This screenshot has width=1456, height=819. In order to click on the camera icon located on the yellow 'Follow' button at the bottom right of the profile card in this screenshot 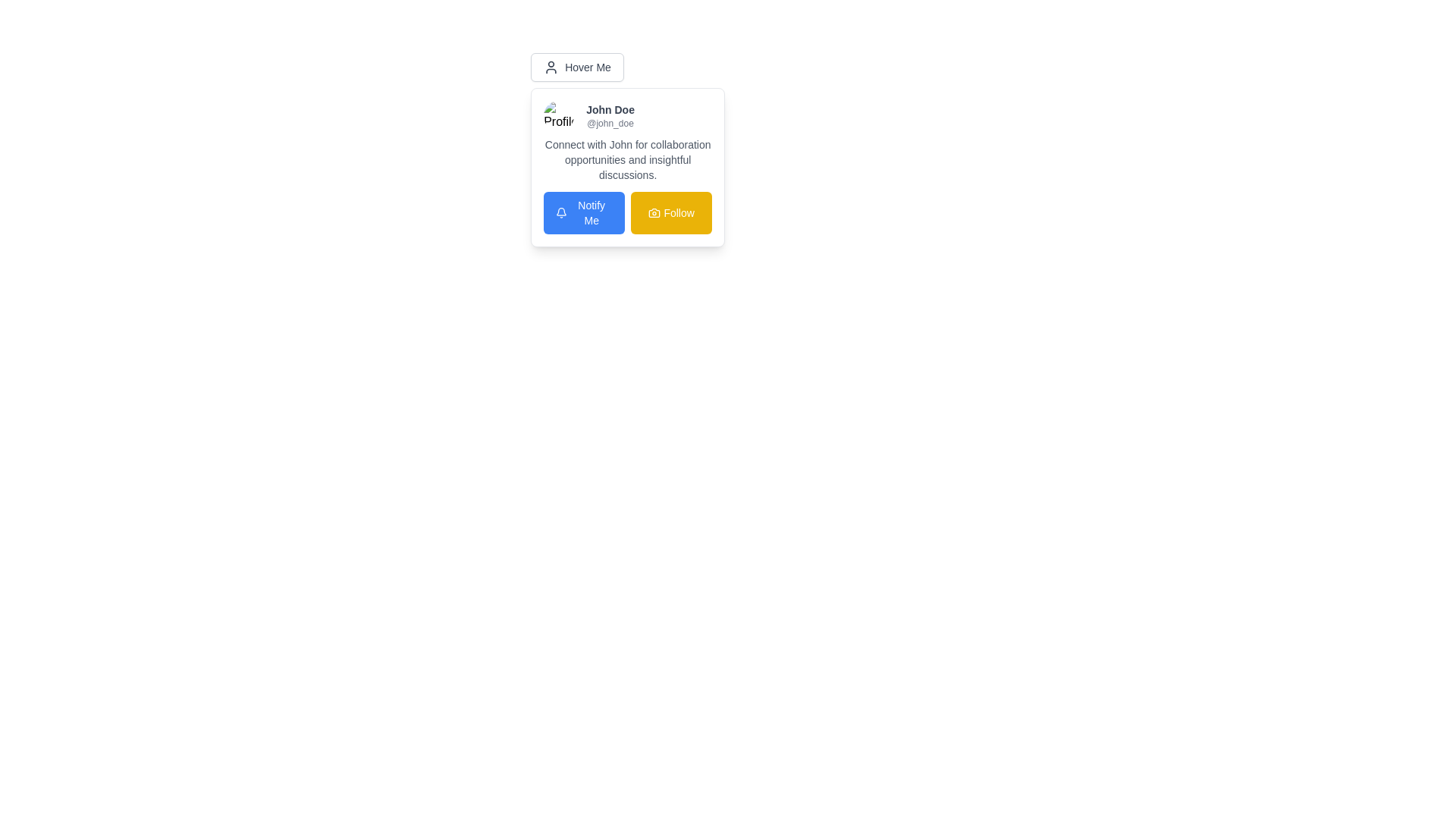, I will do `click(654, 213)`.